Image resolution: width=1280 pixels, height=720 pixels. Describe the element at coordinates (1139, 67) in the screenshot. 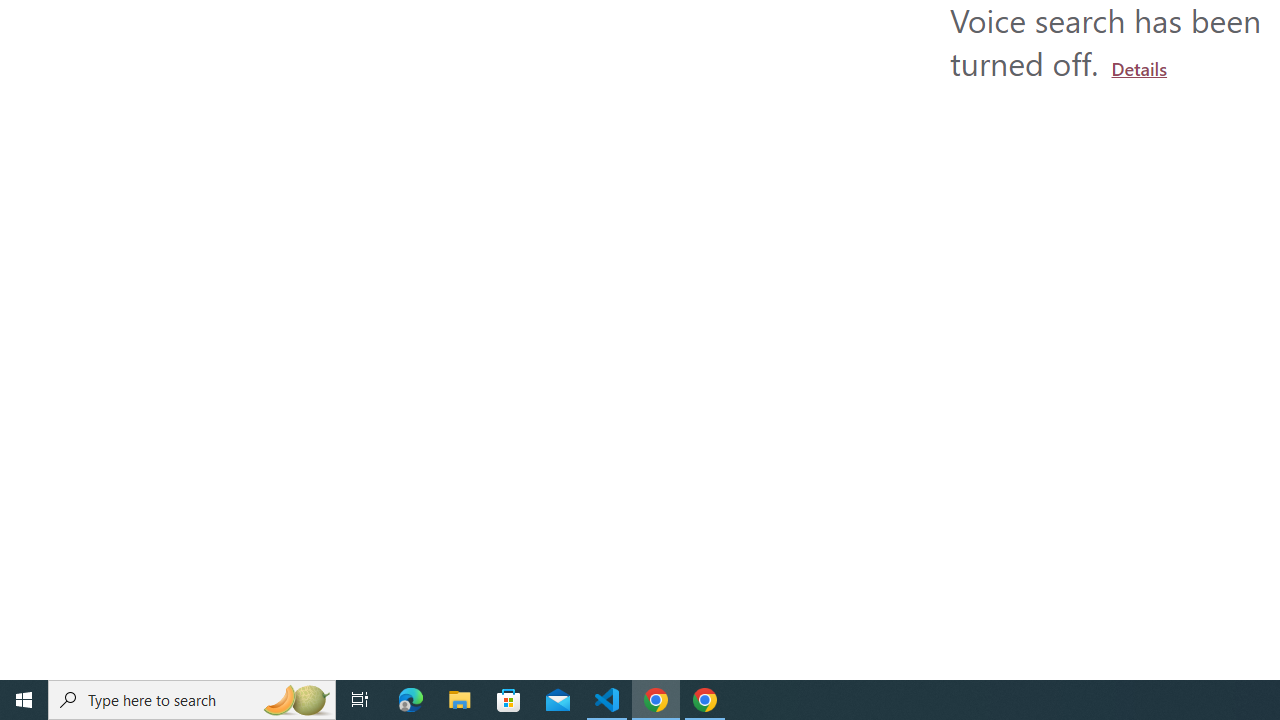

I see `'Learn more about using a microphone'` at that location.